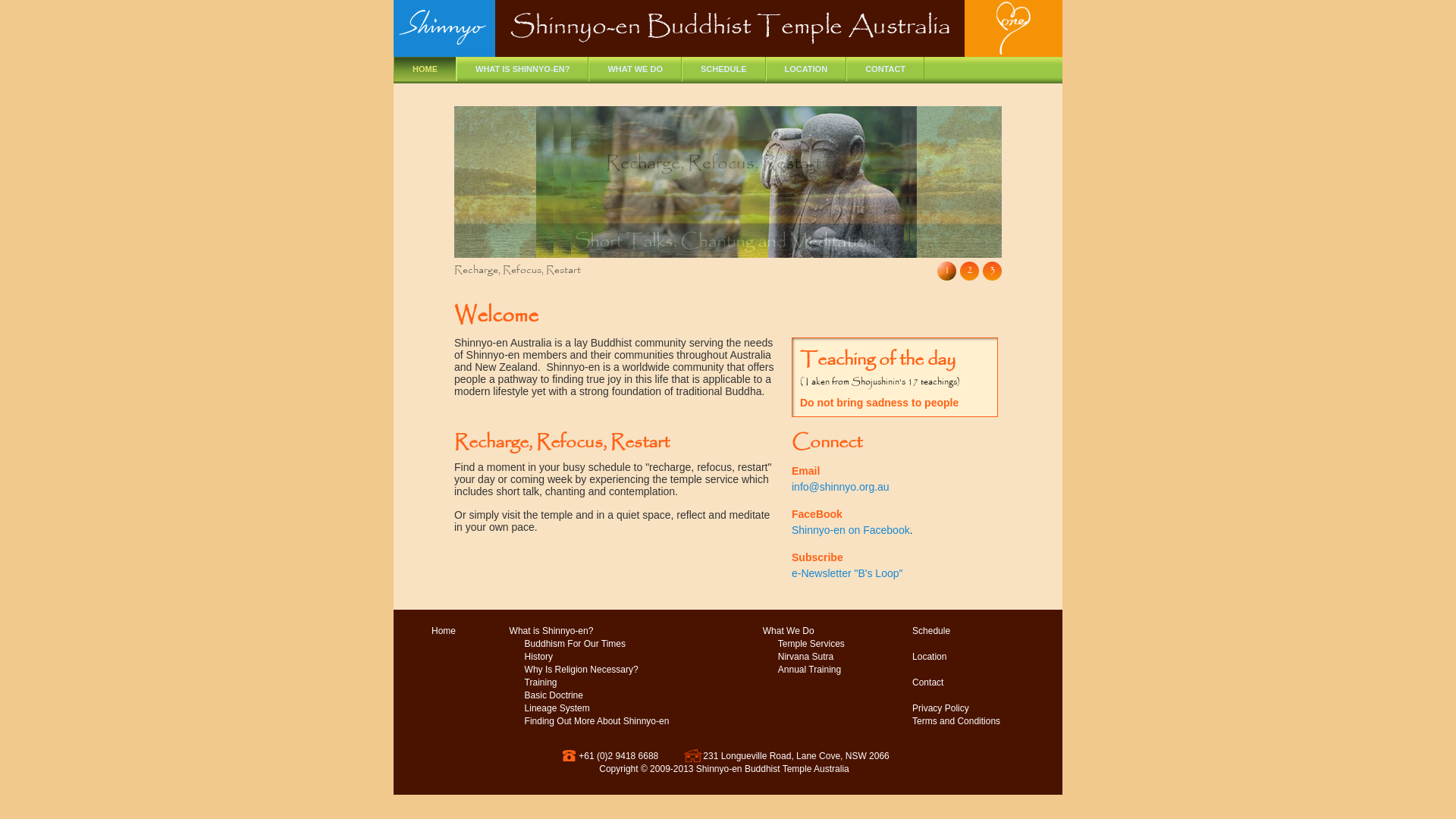 The image size is (1456, 819). Describe the element at coordinates (846, 573) in the screenshot. I see `'e-Newsletter "B's Loop"'` at that location.